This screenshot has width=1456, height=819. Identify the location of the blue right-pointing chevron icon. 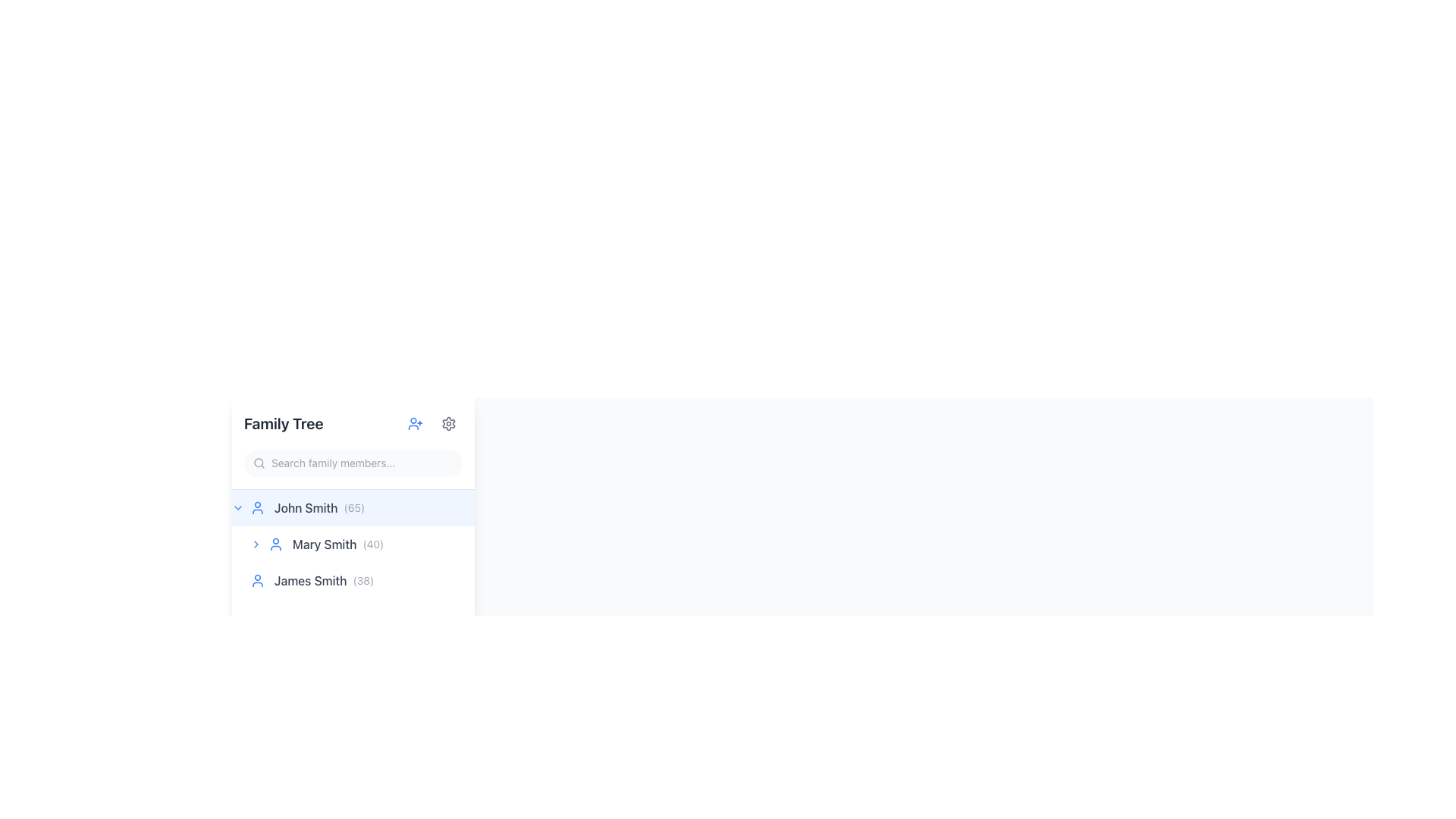
(256, 543).